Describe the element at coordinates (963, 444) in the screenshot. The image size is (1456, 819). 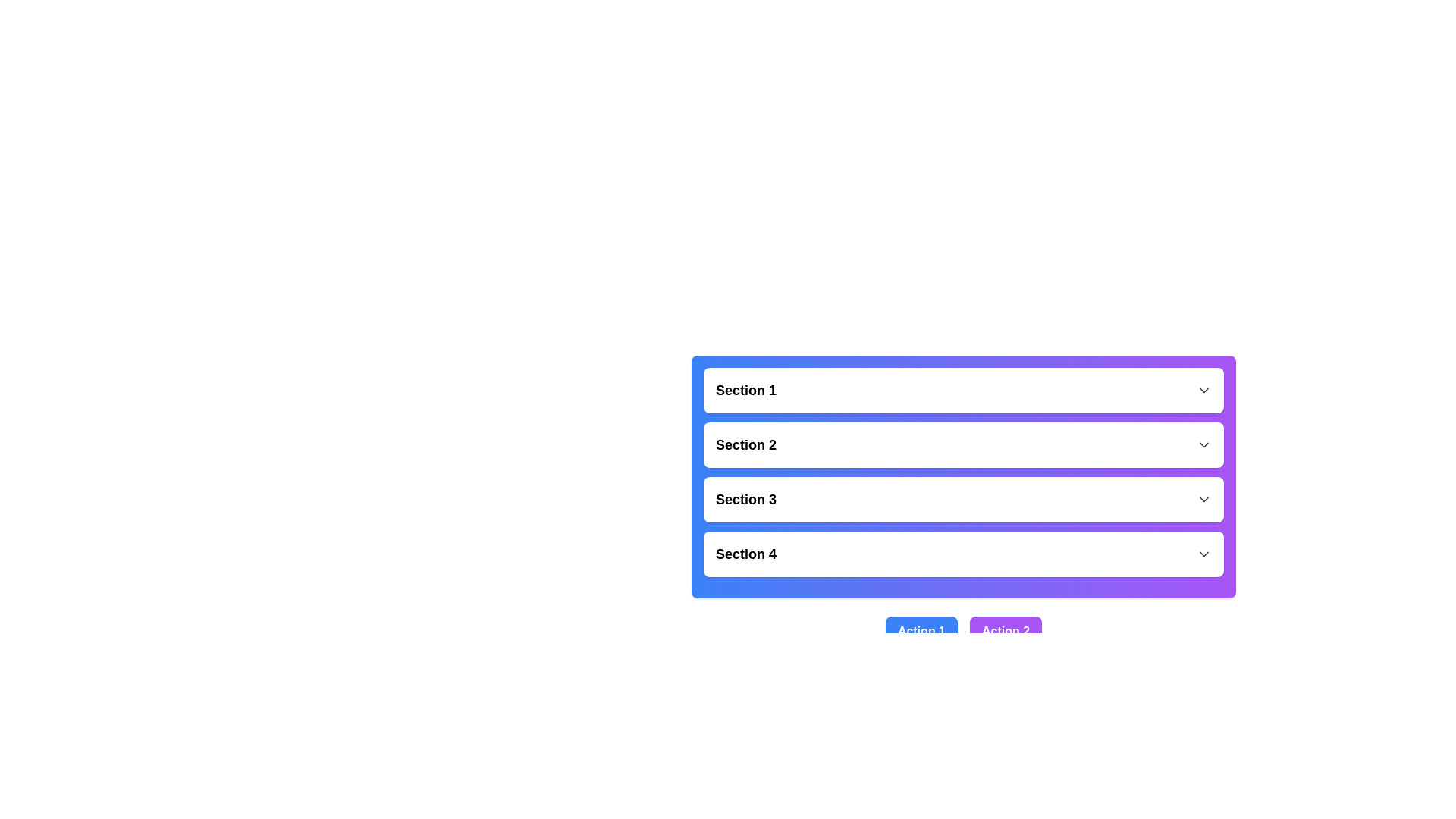
I see `the CollapsibleHeader, which is the second item in a vertical list labeled 'Section 2'` at that location.